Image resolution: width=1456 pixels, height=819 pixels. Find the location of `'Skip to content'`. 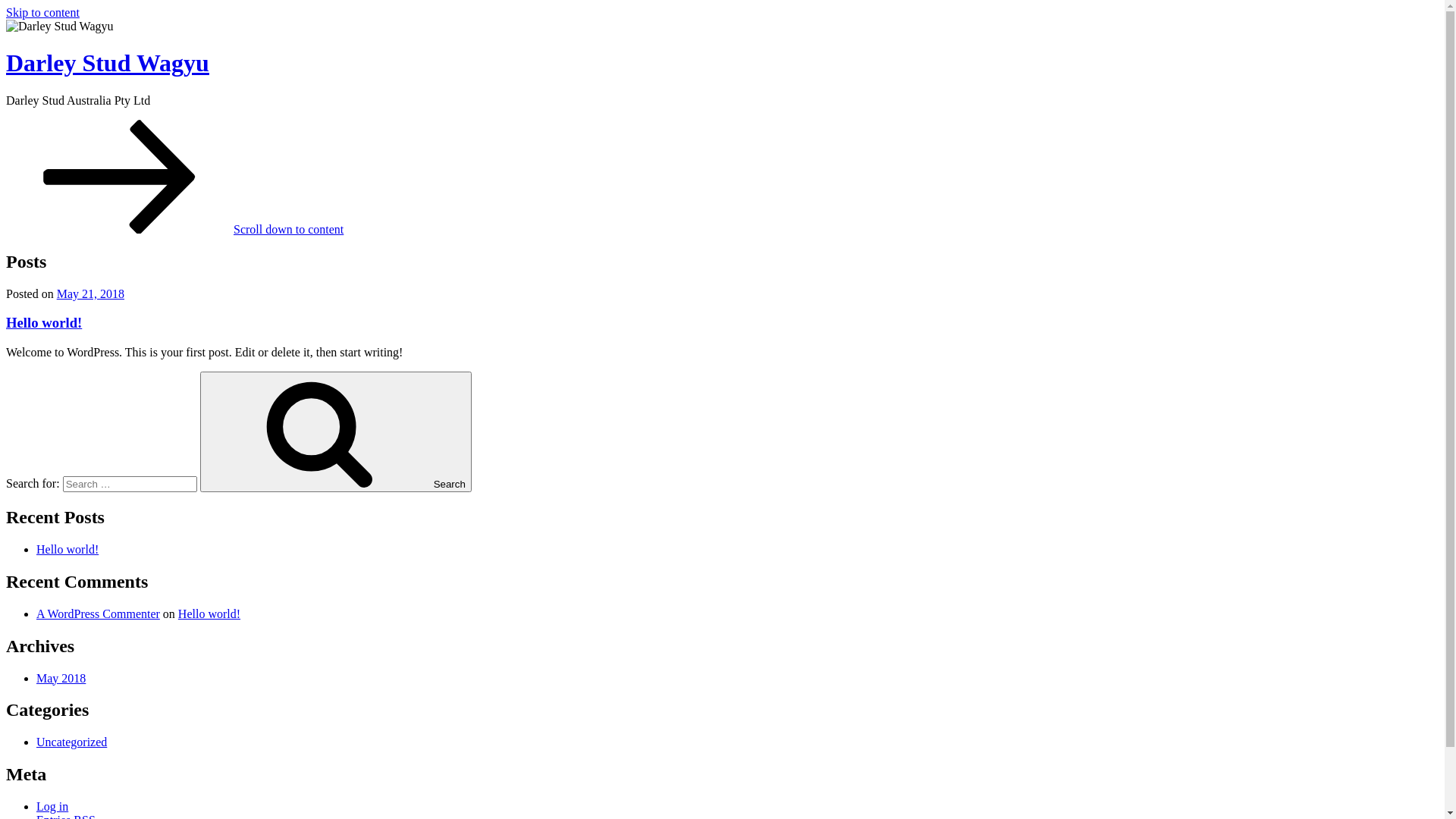

'Skip to content' is located at coordinates (42, 12).